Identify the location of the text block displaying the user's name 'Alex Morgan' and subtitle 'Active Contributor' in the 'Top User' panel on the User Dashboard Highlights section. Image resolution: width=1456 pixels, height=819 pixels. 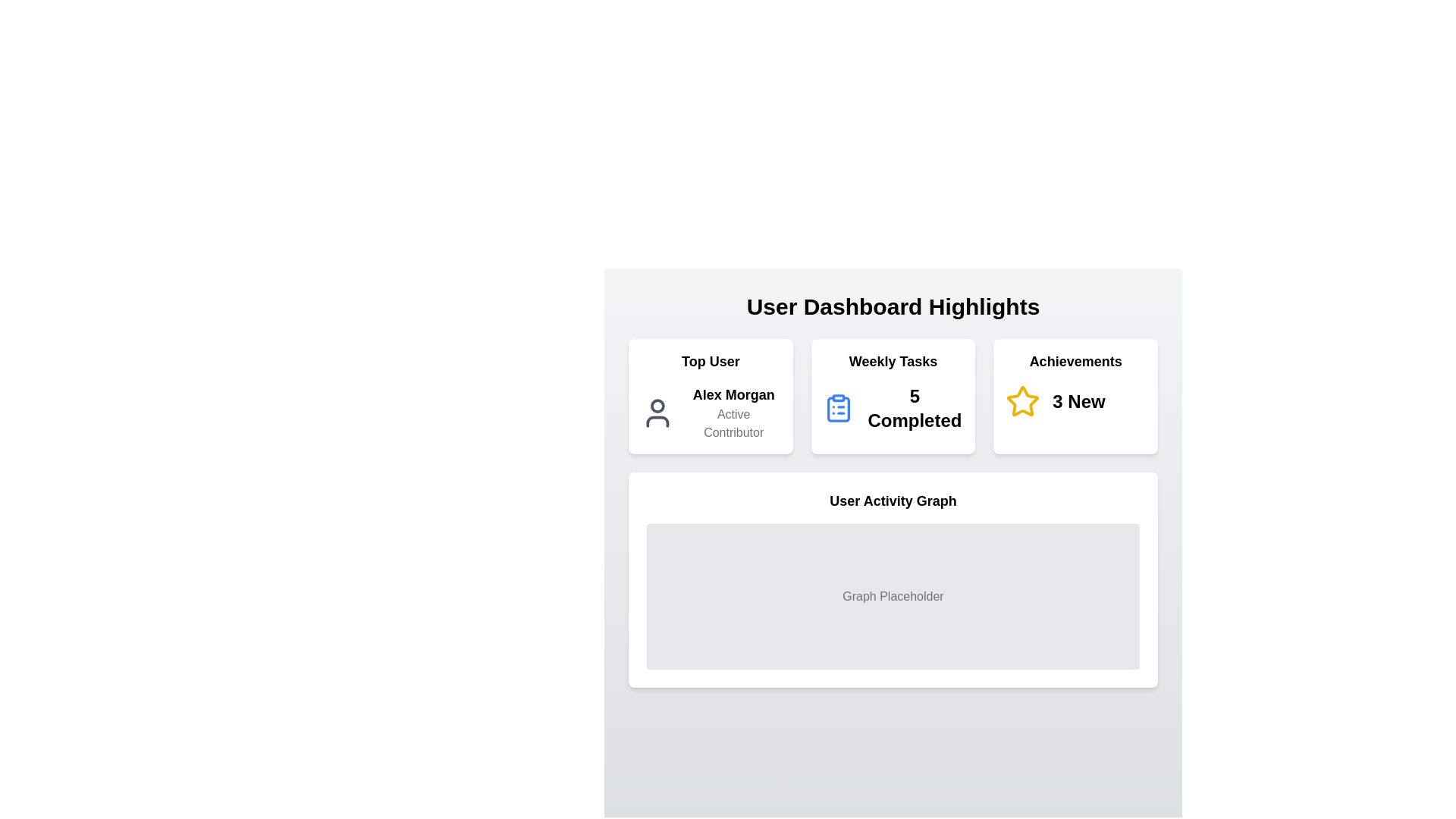
(733, 413).